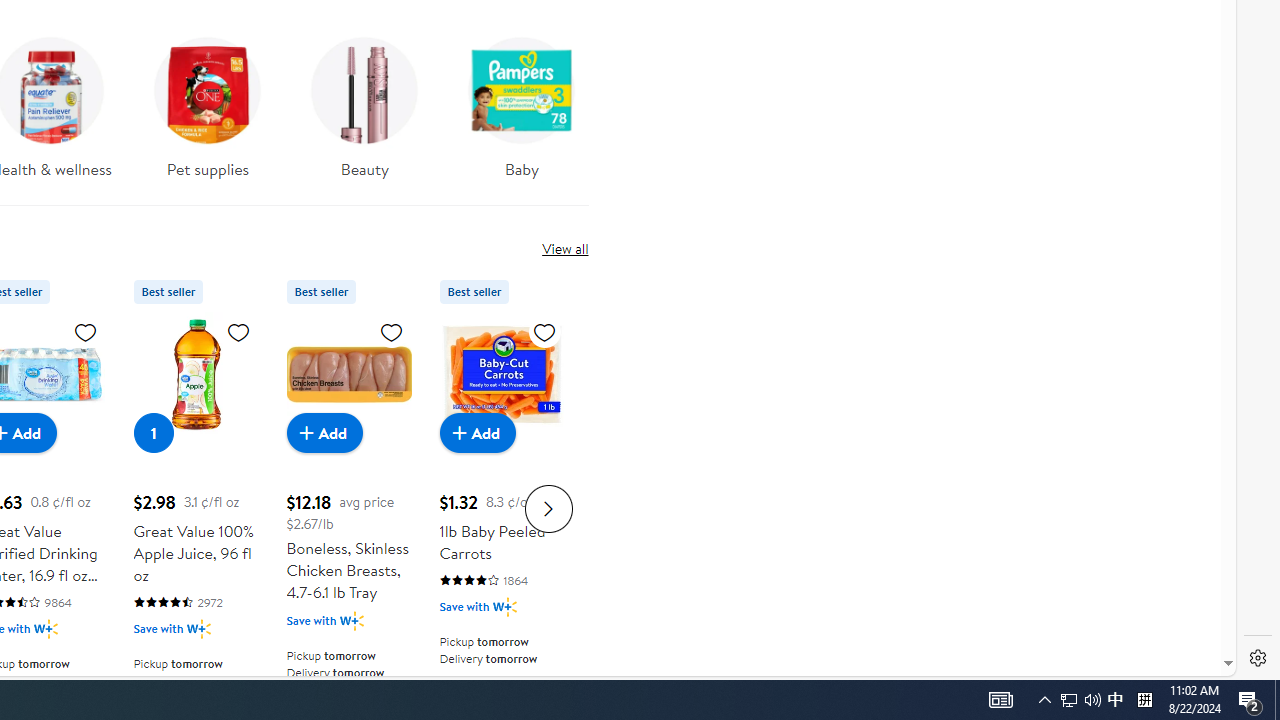  What do you see at coordinates (564, 247) in the screenshot?
I see `'View all'` at bounding box center [564, 247].